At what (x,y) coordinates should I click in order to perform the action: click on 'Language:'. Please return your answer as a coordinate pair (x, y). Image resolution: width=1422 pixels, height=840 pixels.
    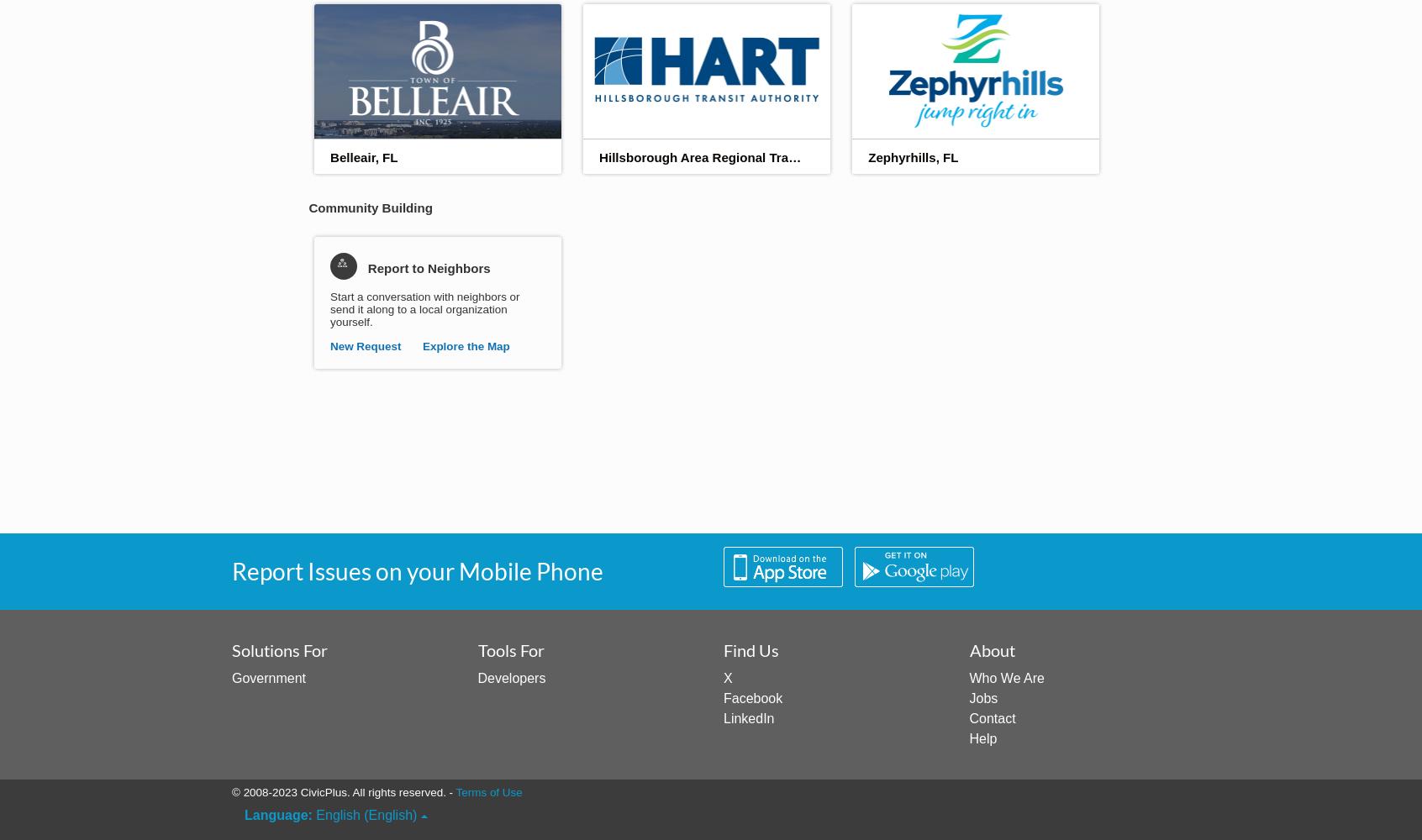
    Looking at the image, I should click on (244, 814).